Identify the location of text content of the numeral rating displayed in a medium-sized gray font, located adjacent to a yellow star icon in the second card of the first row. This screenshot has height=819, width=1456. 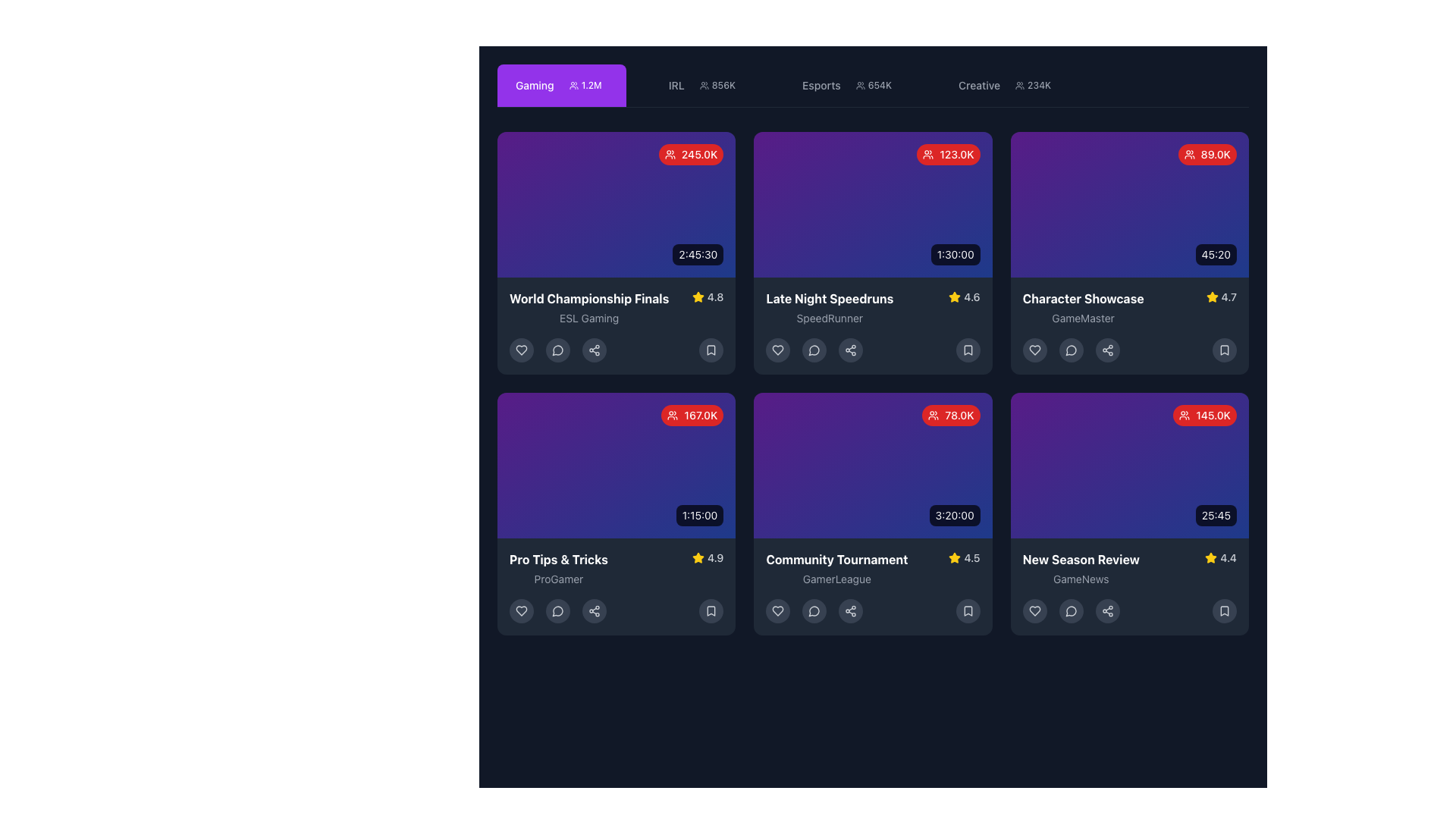
(971, 297).